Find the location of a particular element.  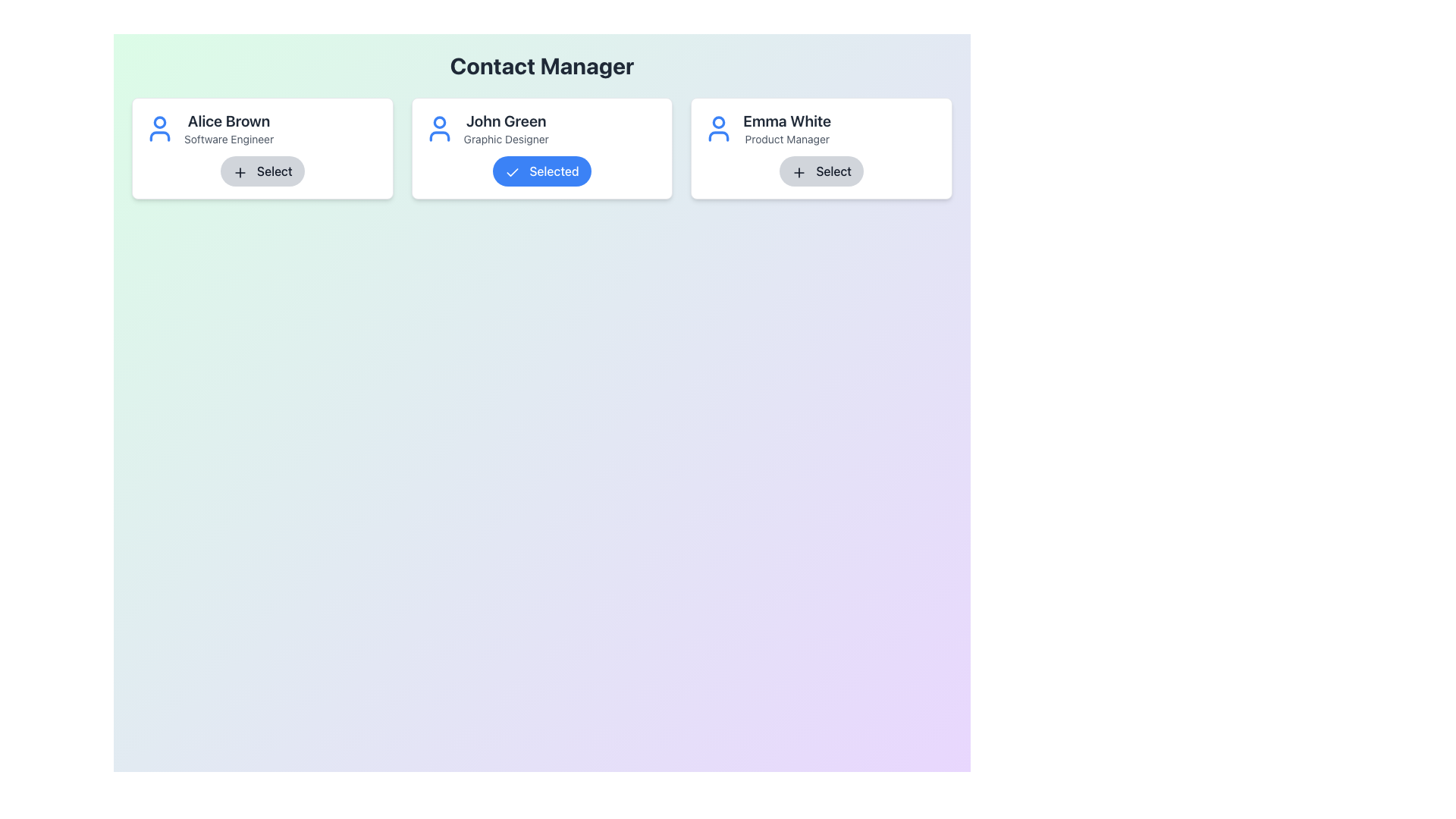

the text label displaying the job title of Alice Brown, located directly below her name within the first card on the left is located at coordinates (228, 140).